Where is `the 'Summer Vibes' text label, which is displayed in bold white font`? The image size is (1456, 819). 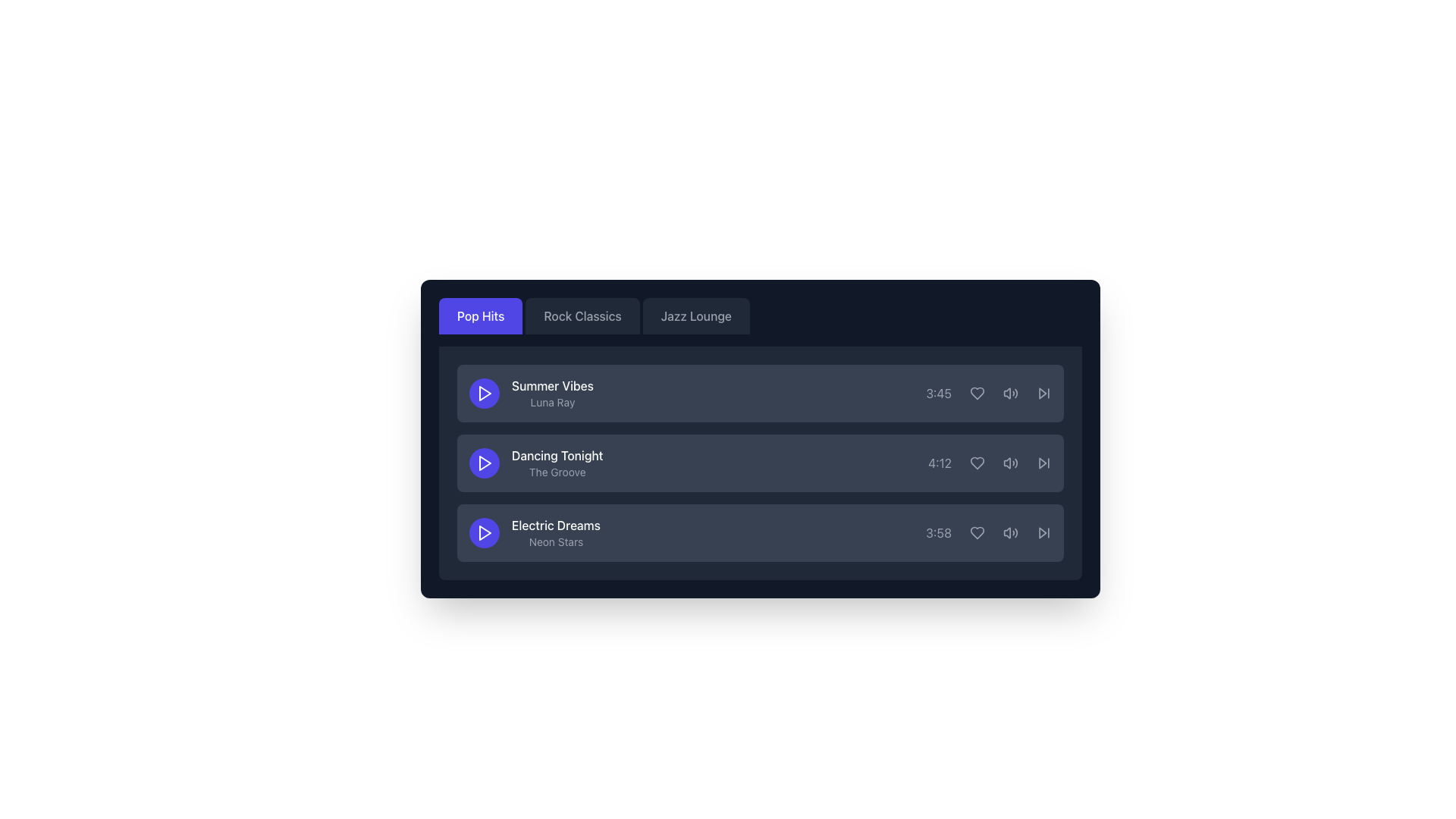 the 'Summer Vibes' text label, which is displayed in bold white font is located at coordinates (531, 393).